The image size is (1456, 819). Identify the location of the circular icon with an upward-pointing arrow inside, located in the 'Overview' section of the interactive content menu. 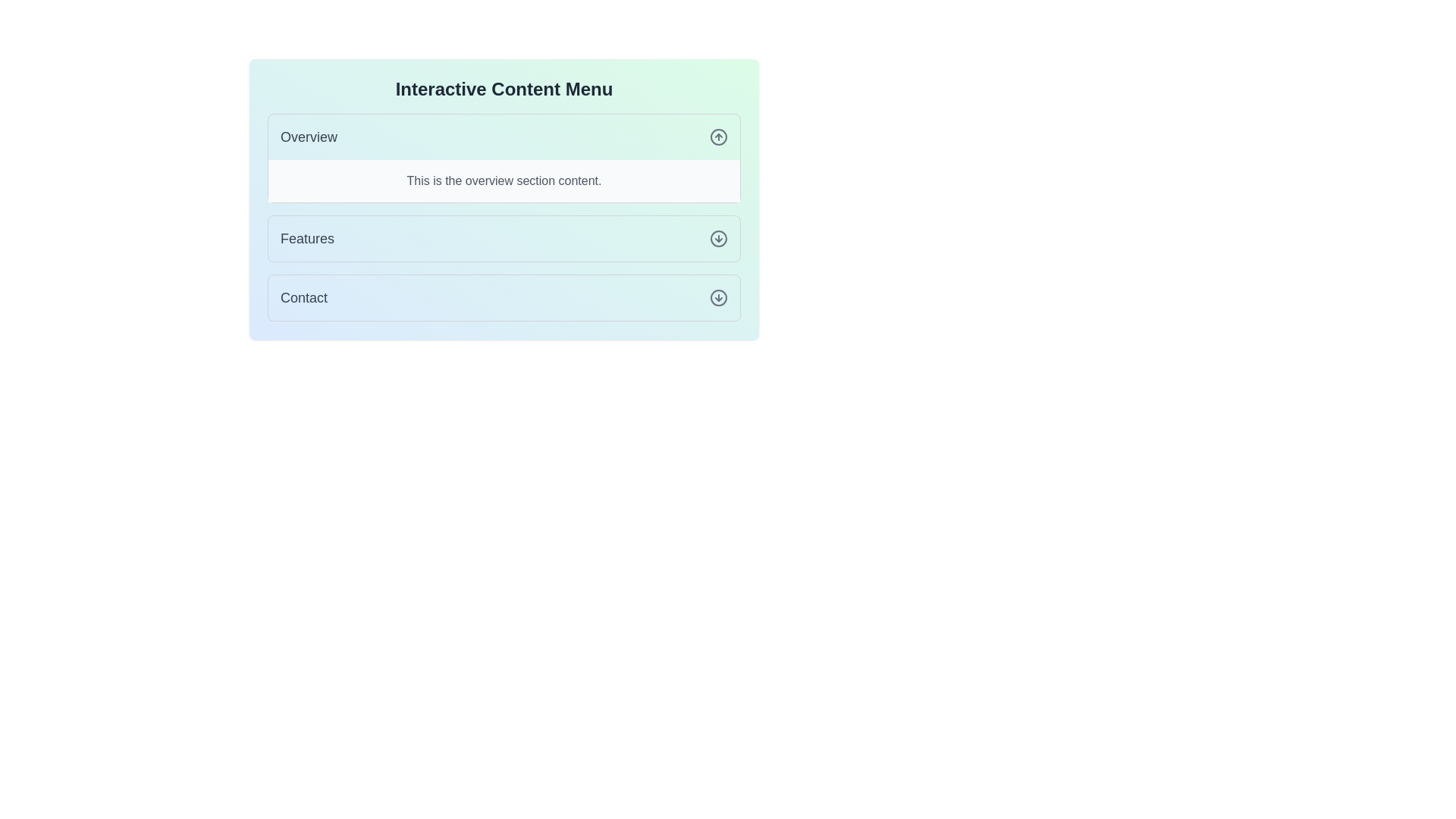
(718, 137).